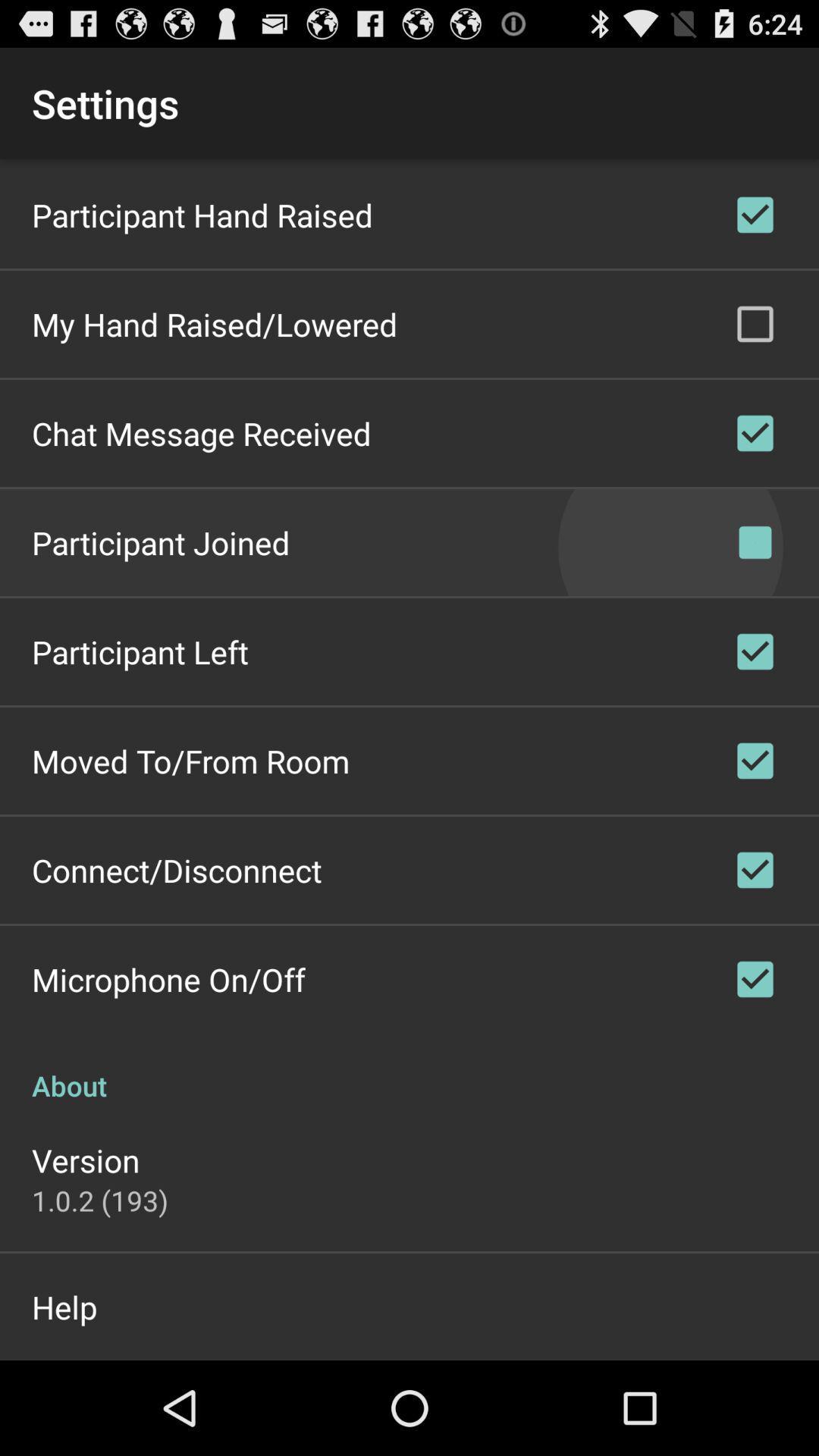 The image size is (819, 1456). I want to click on the icon above about, so click(168, 979).